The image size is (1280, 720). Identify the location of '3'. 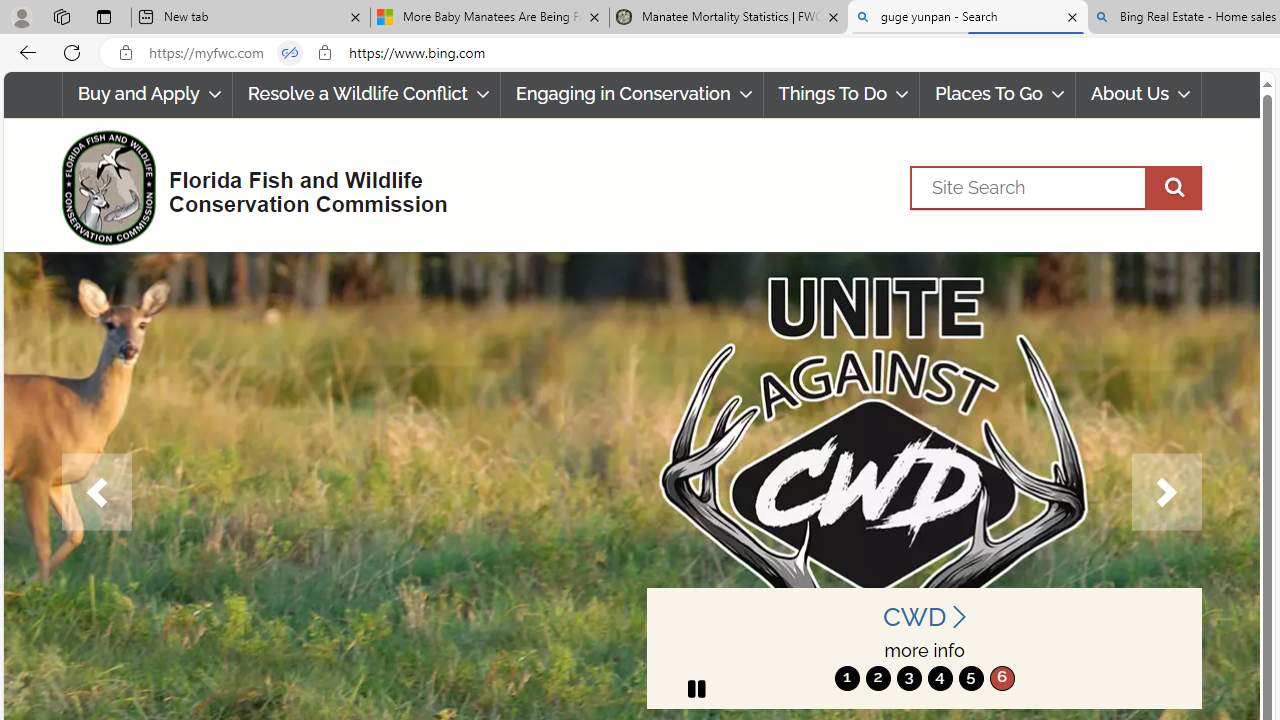
(907, 677).